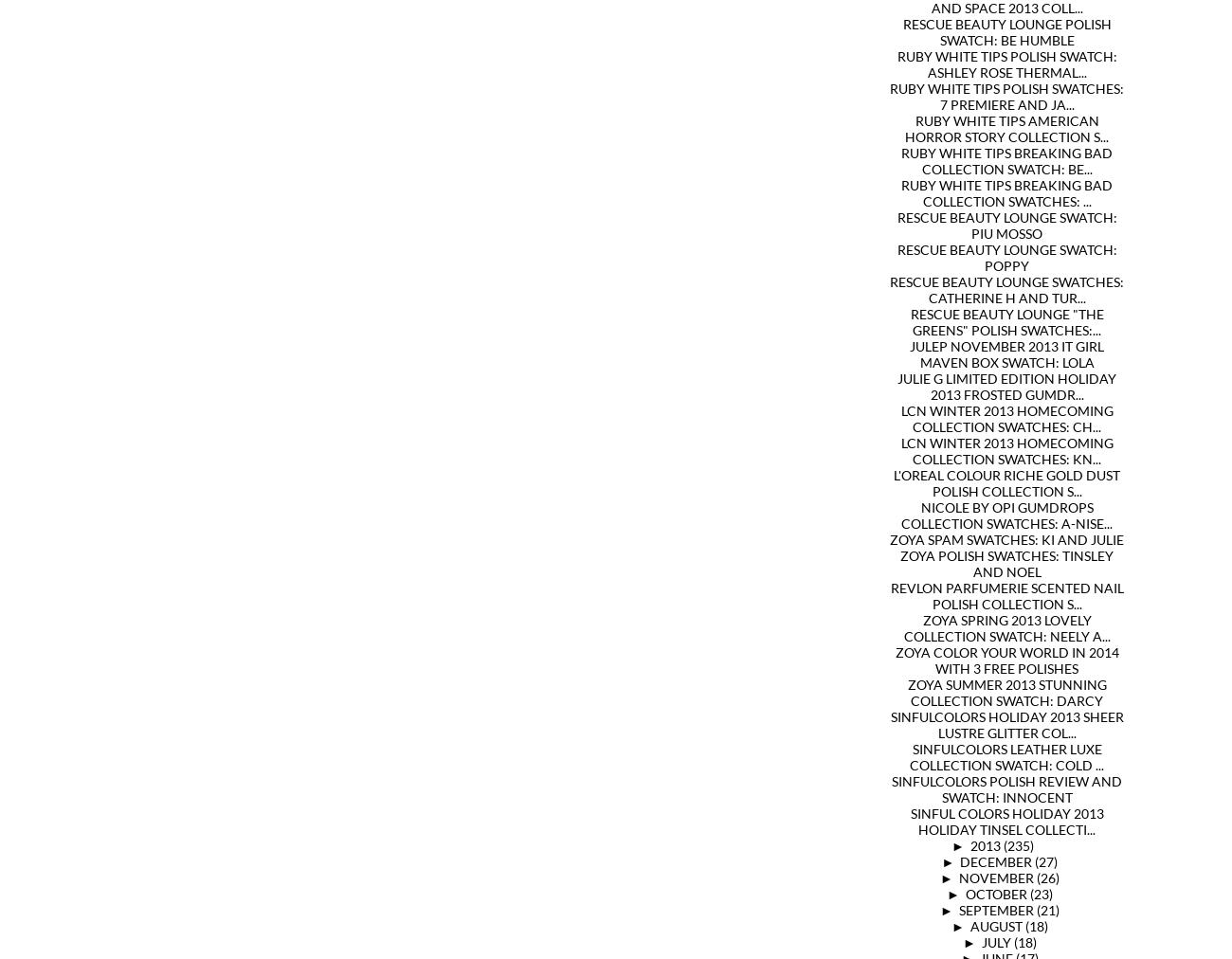 Image resolution: width=1232 pixels, height=959 pixels. I want to click on '(23)', so click(1039, 894).